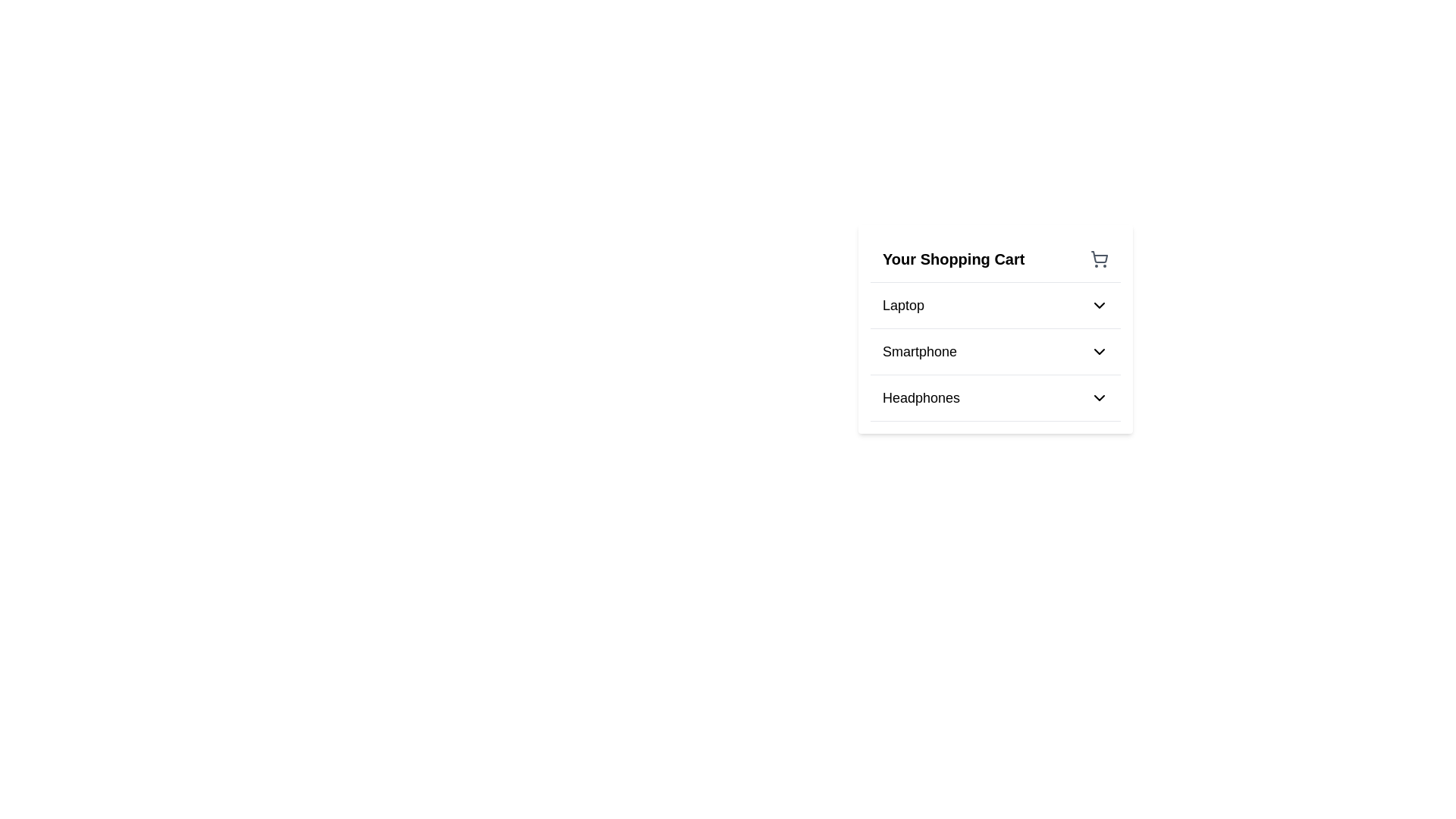 The image size is (1456, 819). I want to click on the dropdown list item labeled 'Smartphone', so click(996, 352).